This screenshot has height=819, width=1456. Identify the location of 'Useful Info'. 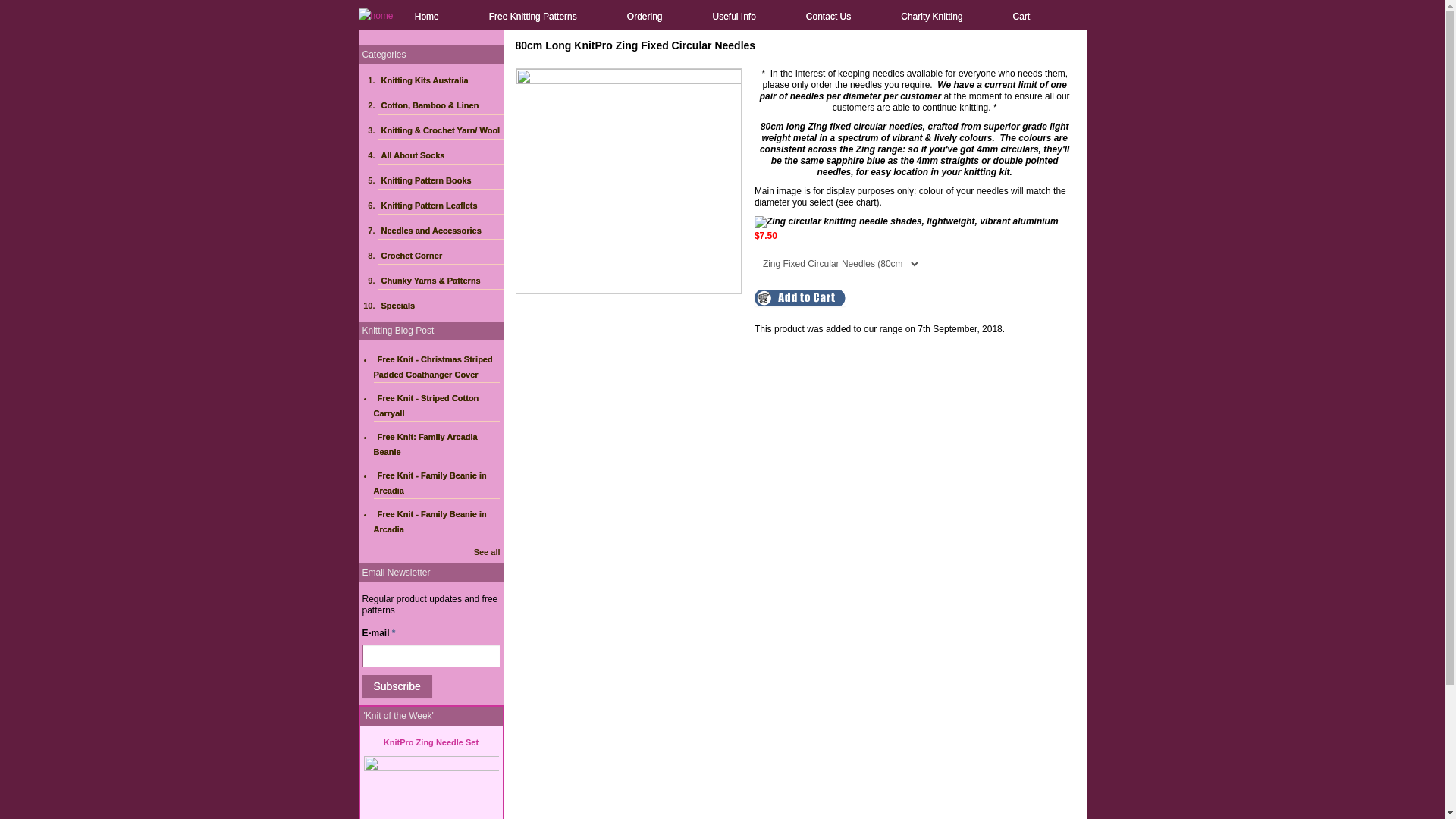
(733, 17).